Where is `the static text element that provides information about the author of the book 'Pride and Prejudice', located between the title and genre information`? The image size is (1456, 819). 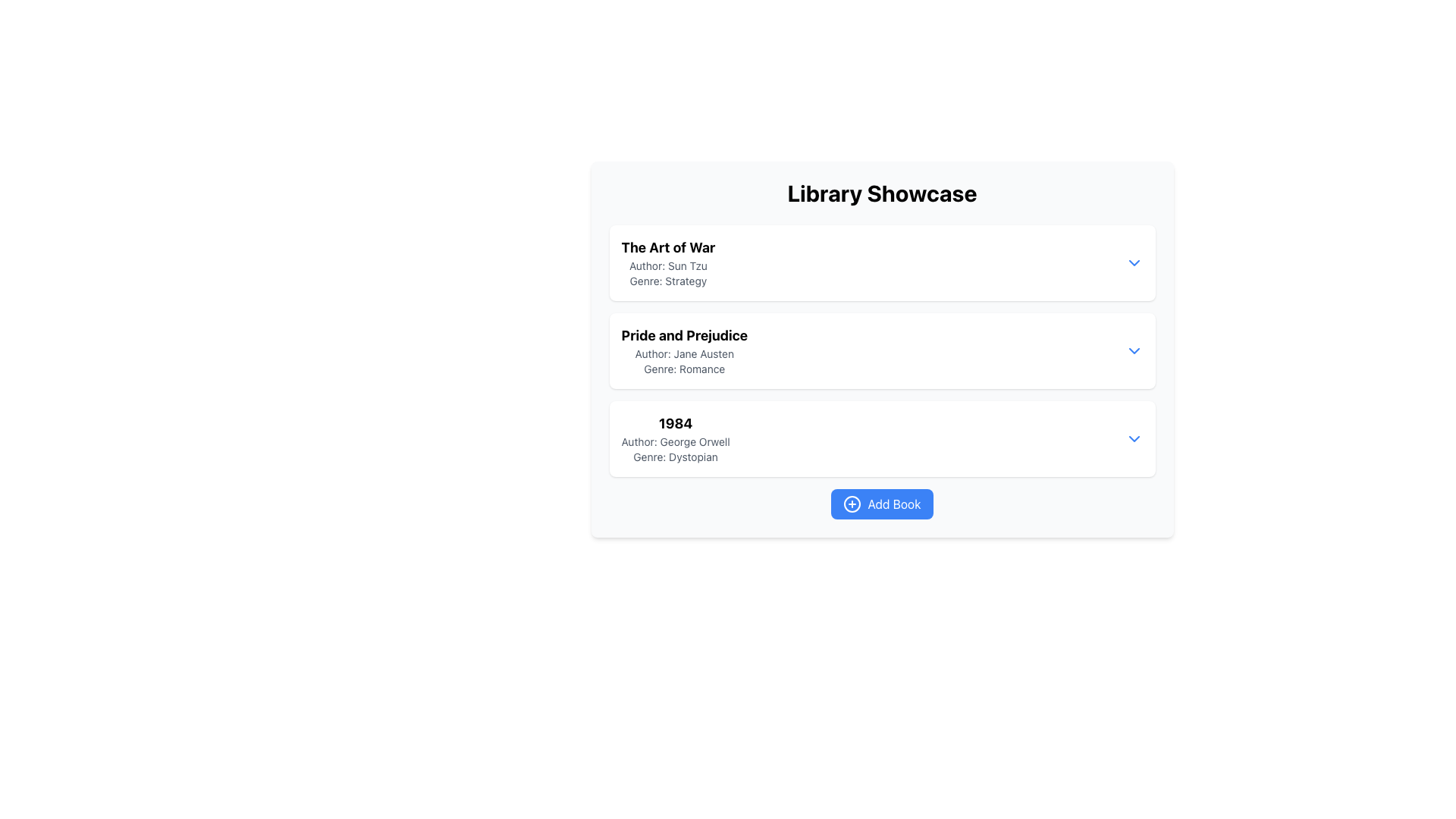
the static text element that provides information about the author of the book 'Pride and Prejudice', located between the title and genre information is located at coordinates (683, 353).